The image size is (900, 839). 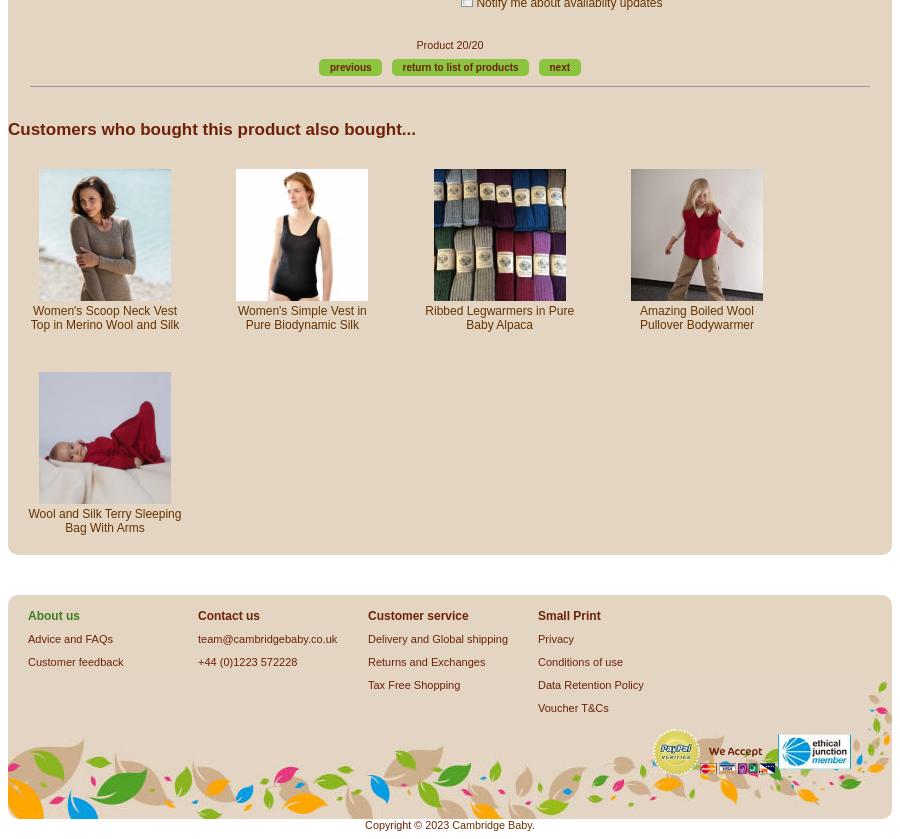 I want to click on 'Women's Scoop Neck Vest Top in Merino Wool and Silk', so click(x=103, y=316).